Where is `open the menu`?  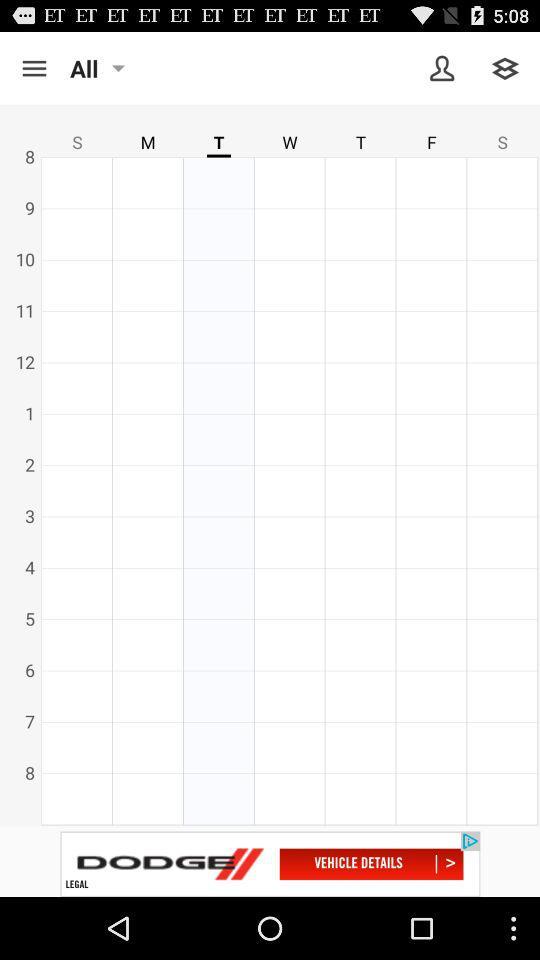 open the menu is located at coordinates (33, 68).